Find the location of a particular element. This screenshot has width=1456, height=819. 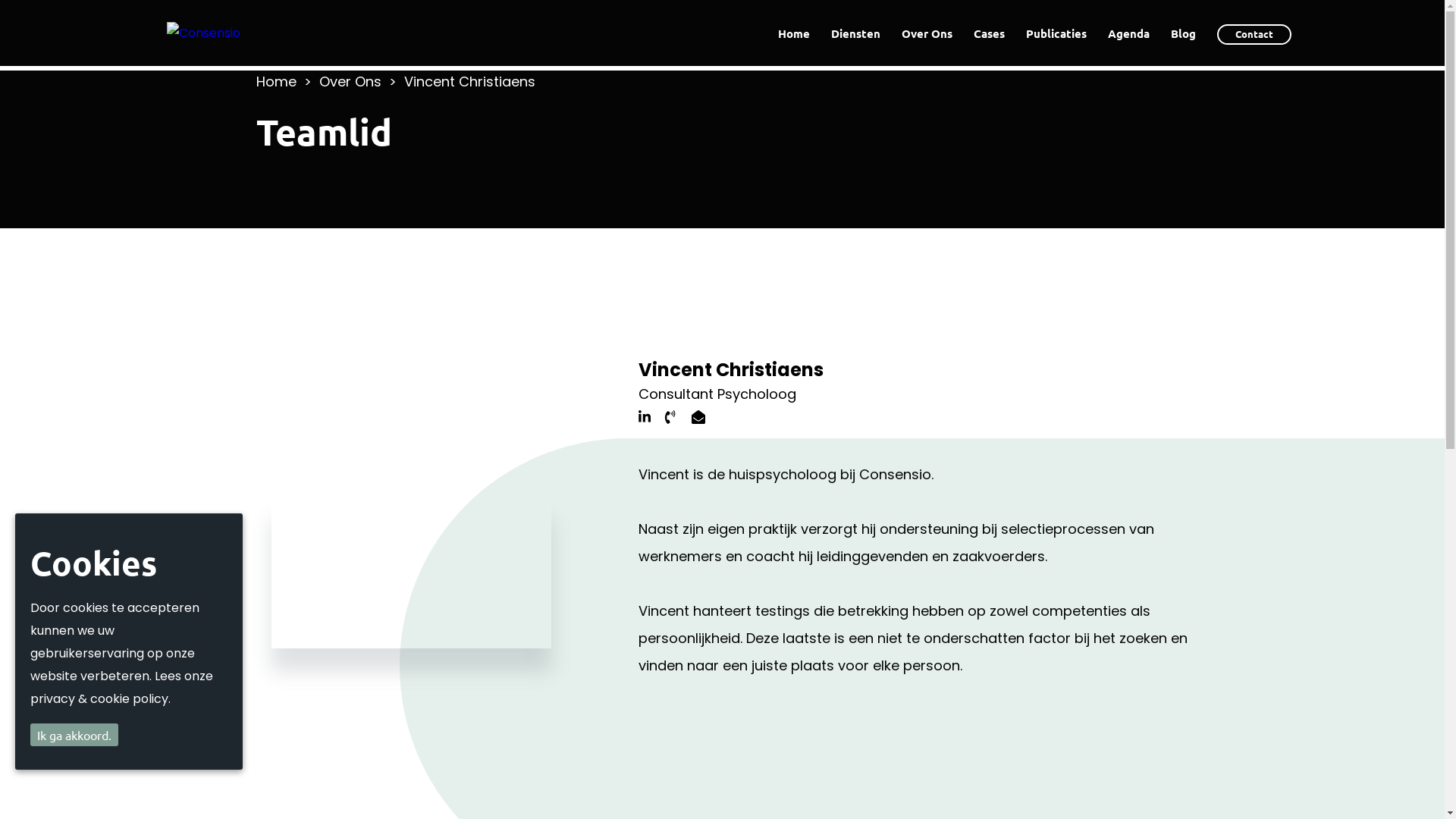

'Ik ga akkoord.' is located at coordinates (73, 733).